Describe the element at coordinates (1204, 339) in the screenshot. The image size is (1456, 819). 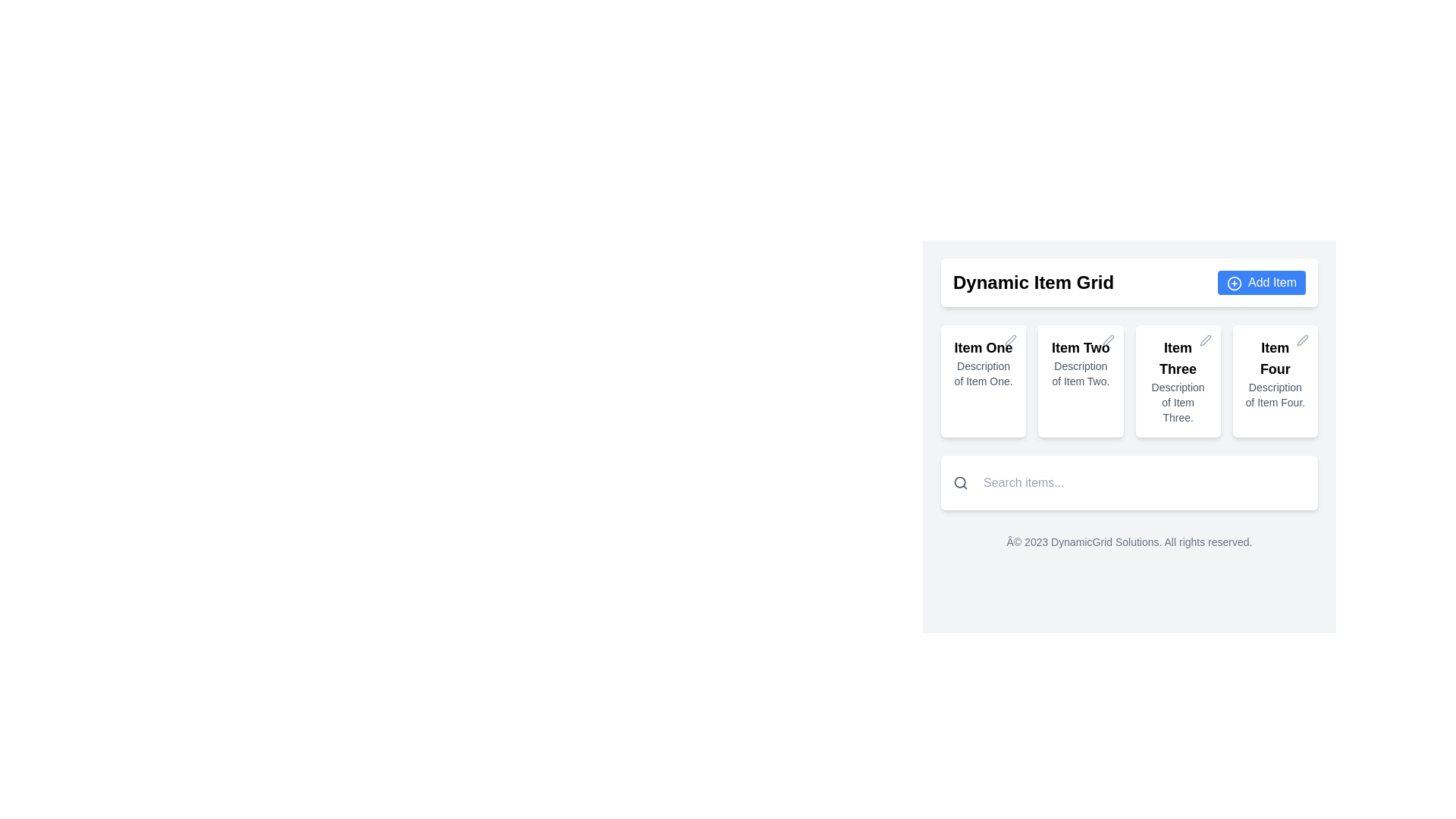
I see `the icon button with an editing pen design located at the top-right corner of the 'Item Three' card` at that location.